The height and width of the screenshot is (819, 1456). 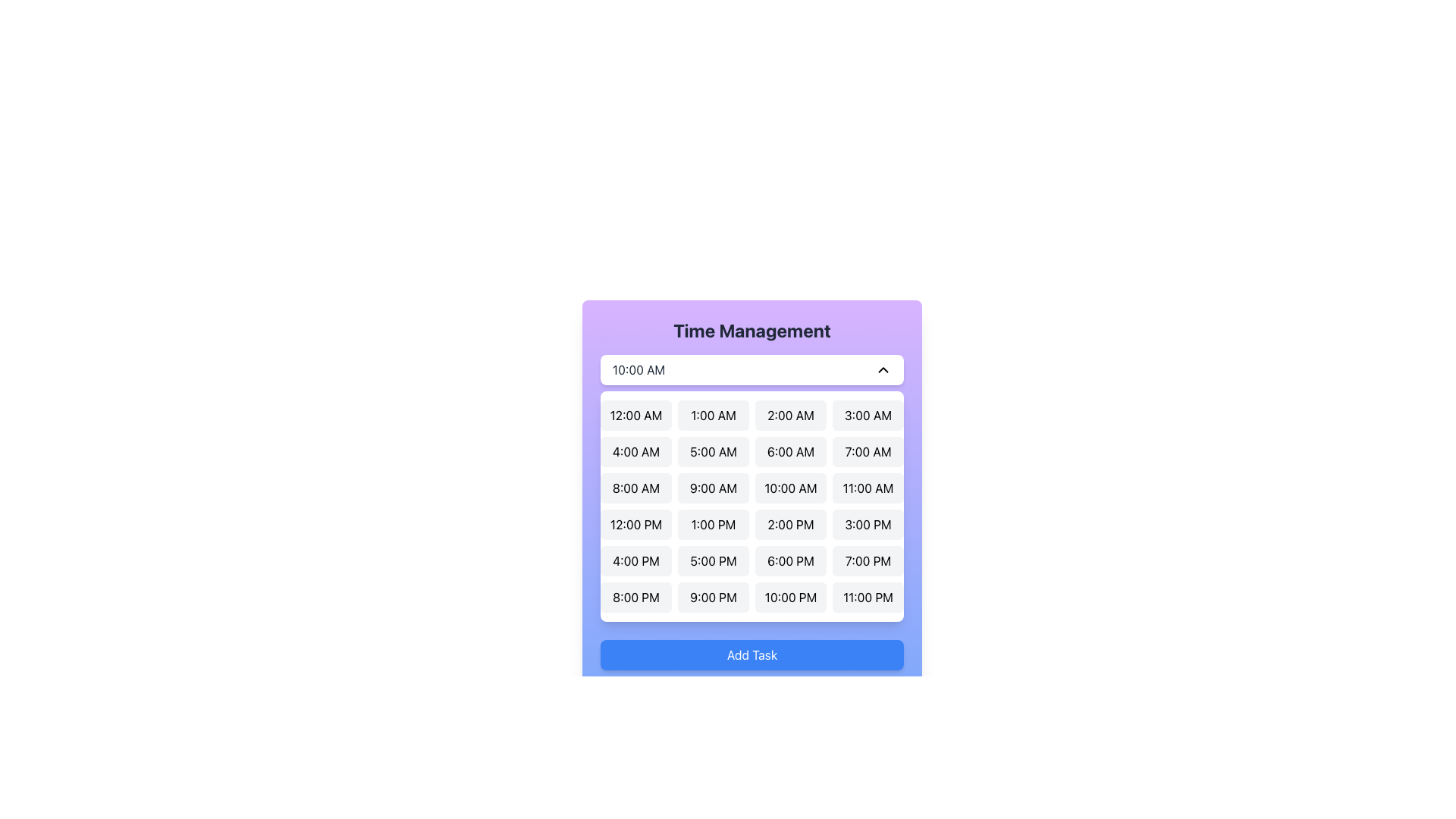 What do you see at coordinates (752, 506) in the screenshot?
I see `an individual time slot button in the Time Selector Grid` at bounding box center [752, 506].